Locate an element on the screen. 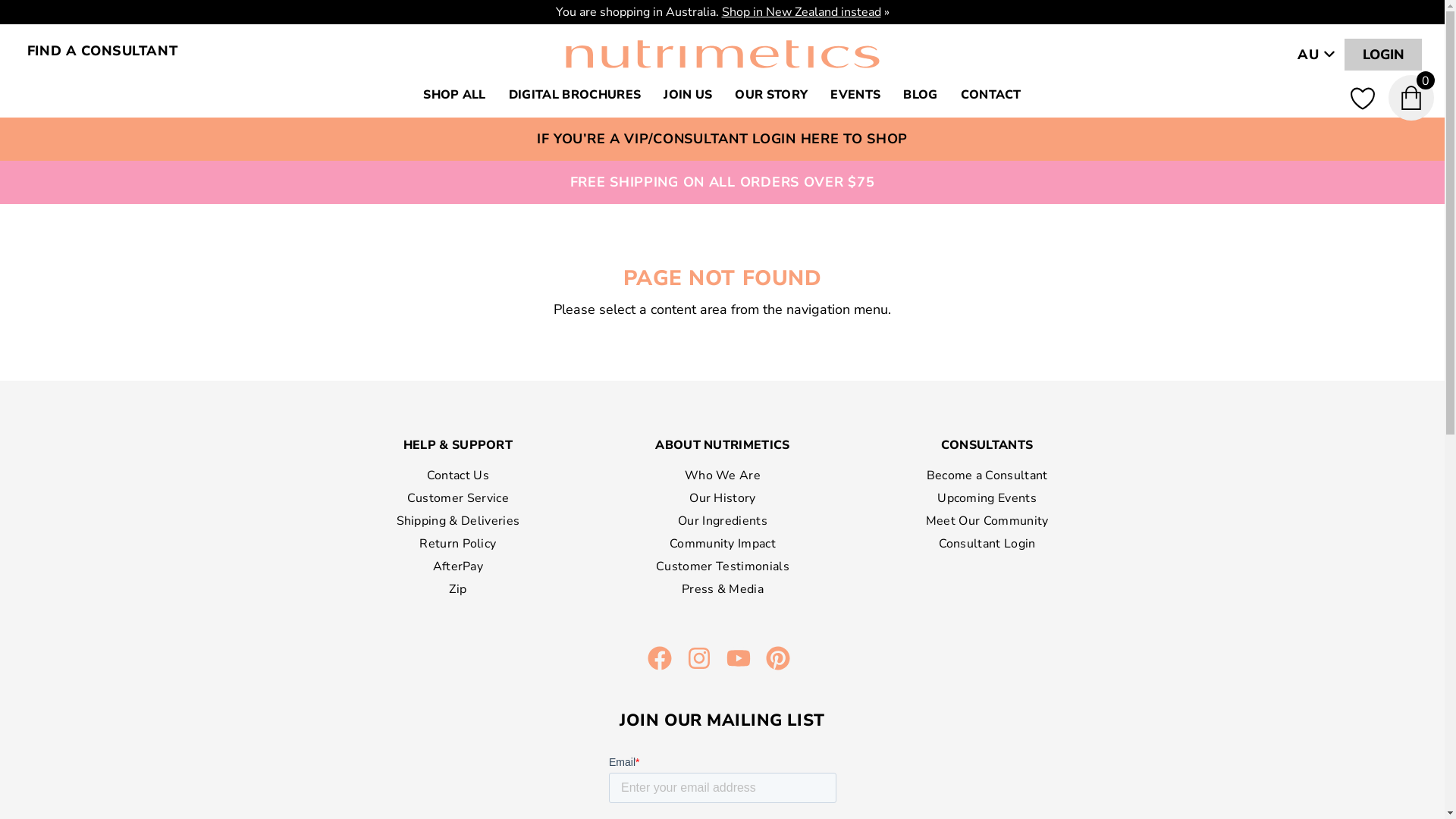 Image resolution: width=1456 pixels, height=819 pixels. 'CONSULTANTS' is located at coordinates (987, 444).